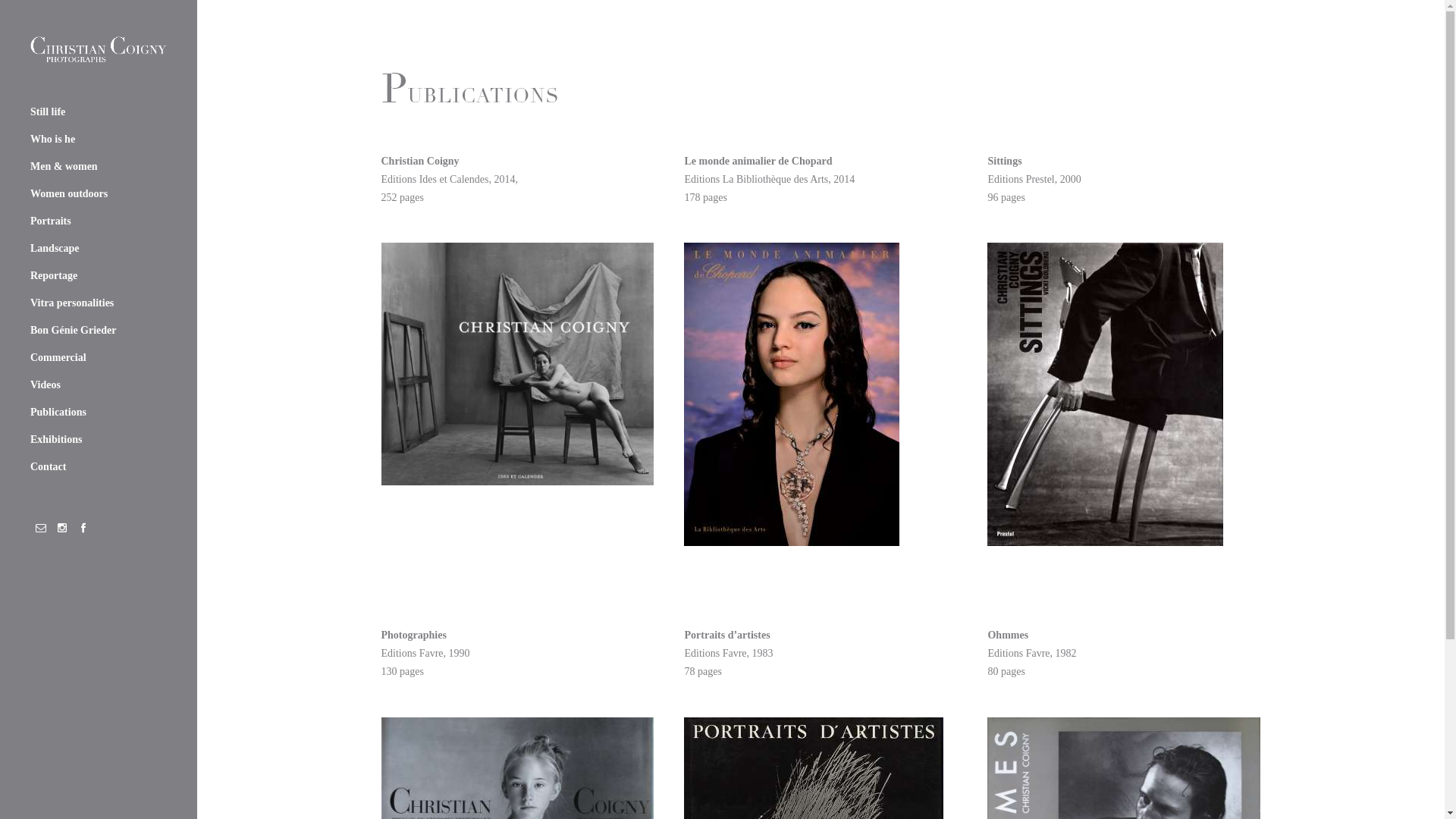 This screenshot has height=819, width=1456. I want to click on 'Portraits', so click(97, 221).